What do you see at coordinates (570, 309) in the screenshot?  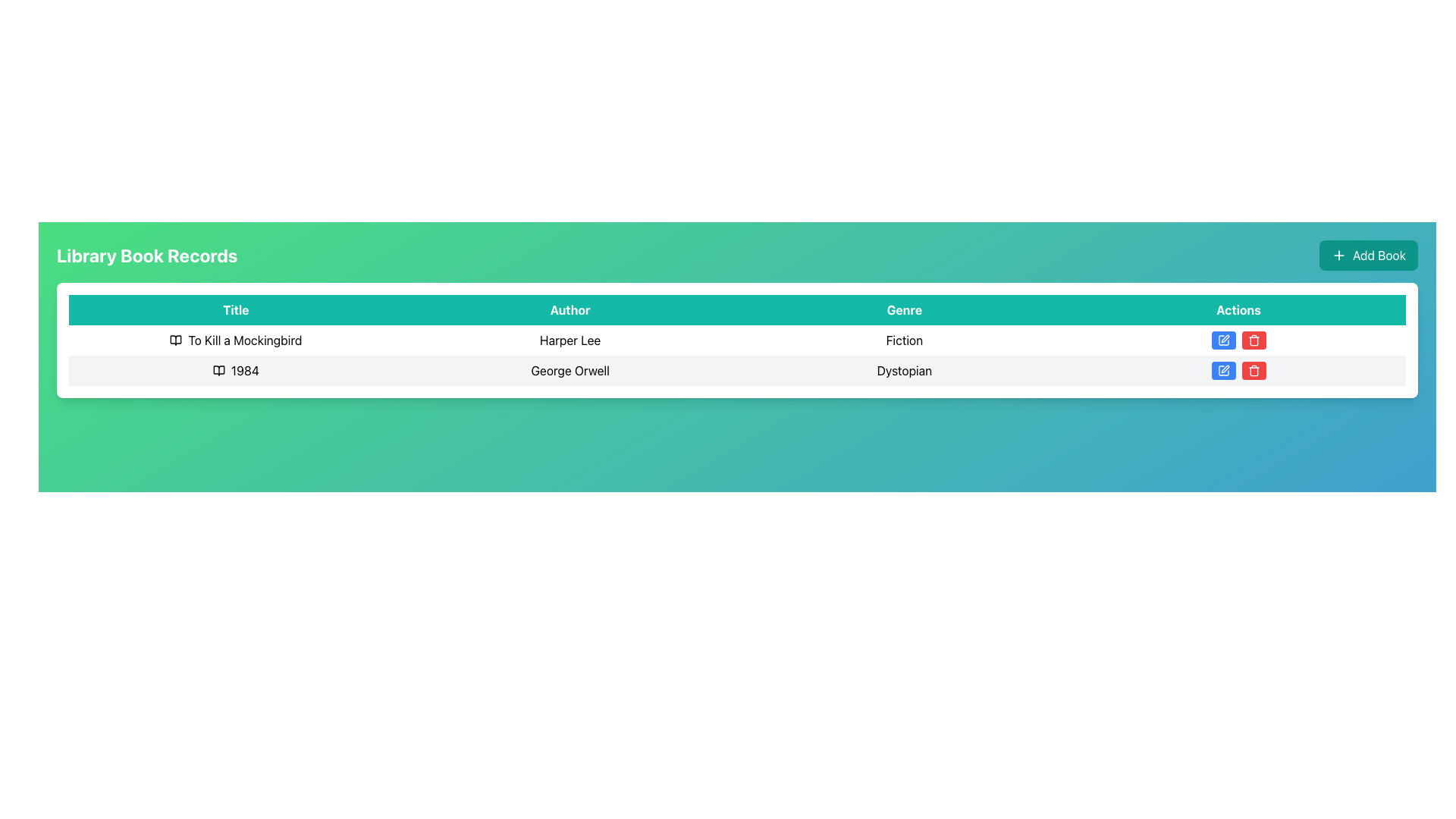 I see `the 'Author' text label, which is a rectangular area with a solid teal background and white bold text, located in the header row of a table between 'Title' and 'Genre'` at bounding box center [570, 309].